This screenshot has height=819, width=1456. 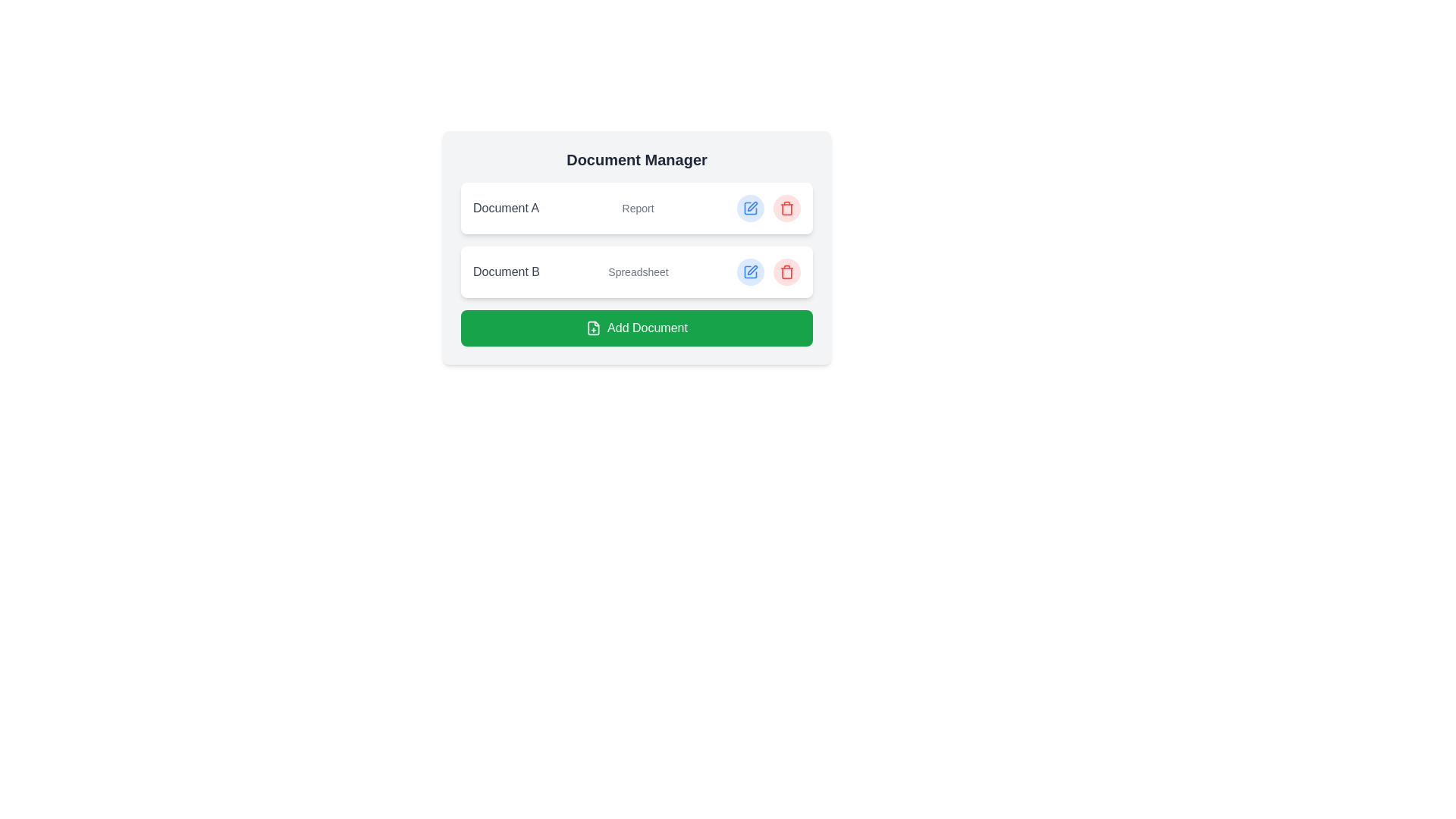 What do you see at coordinates (637, 271) in the screenshot?
I see `the document item card representing 'Document B' in the 'Document Manager' interface` at bounding box center [637, 271].